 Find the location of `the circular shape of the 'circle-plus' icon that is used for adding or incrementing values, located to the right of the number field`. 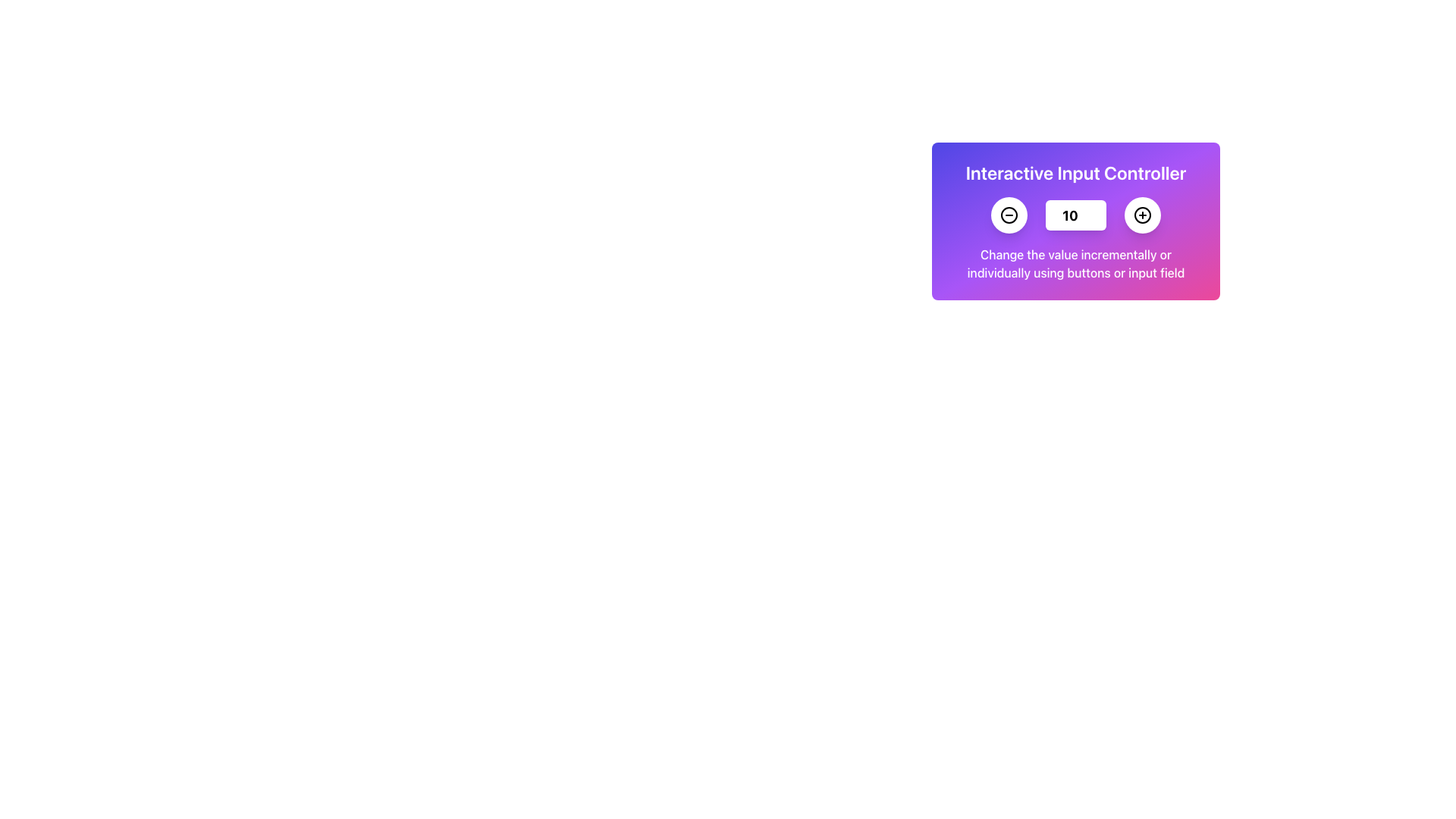

the circular shape of the 'circle-plus' icon that is used for adding or incrementing values, located to the right of the number field is located at coordinates (1143, 215).